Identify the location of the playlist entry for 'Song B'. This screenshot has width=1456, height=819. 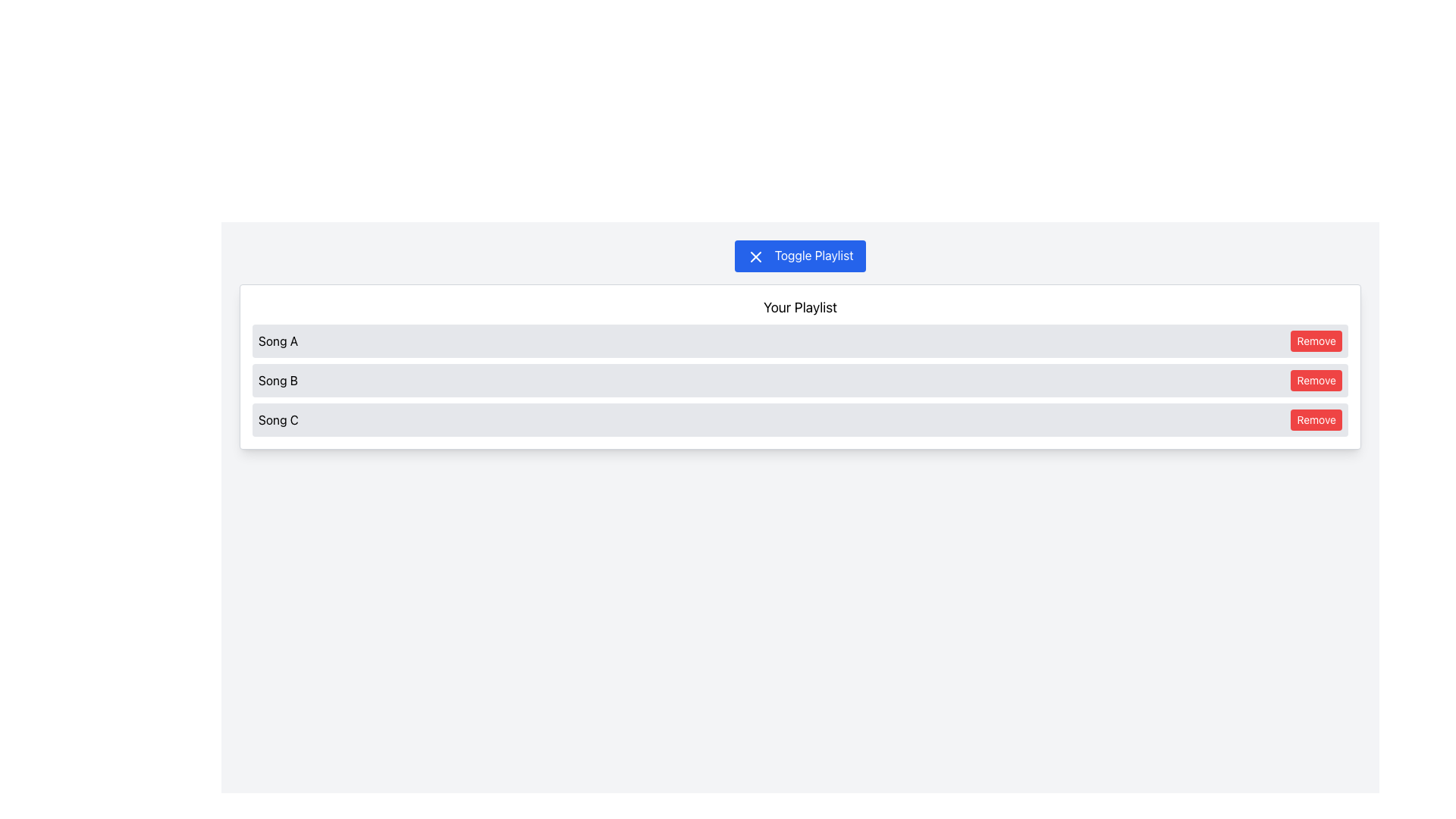
(799, 379).